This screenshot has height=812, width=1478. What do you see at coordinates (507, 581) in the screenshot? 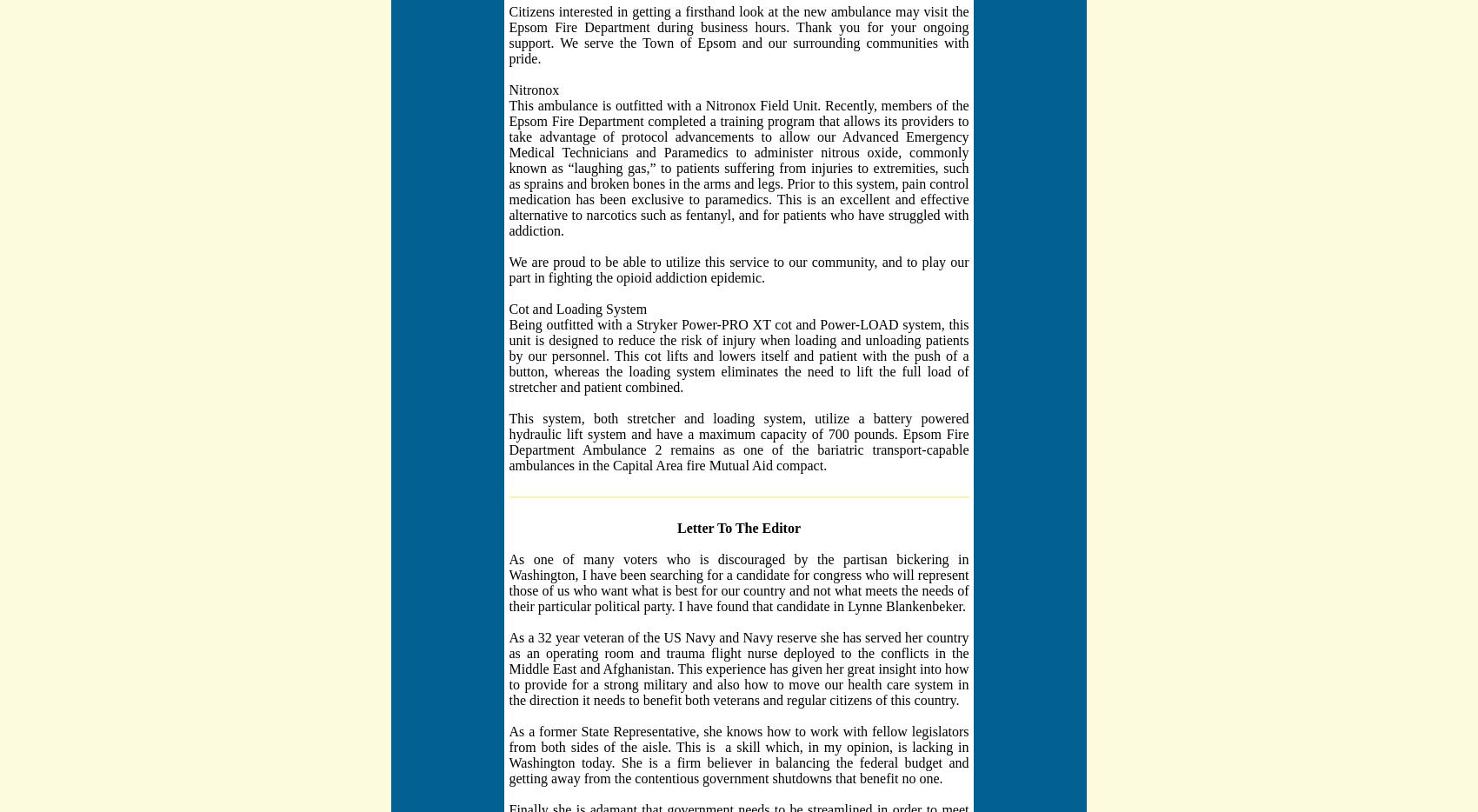
I see `'As one of many voters who
is discouraged by the partisan bickering in Washington, I have been
searching for a candidate for congress who will represent those of
us who want what is best for our country and not what meets the
needs of their particular political party. I have found that
candidate in Lynne Blankenbeker.'` at bounding box center [507, 581].